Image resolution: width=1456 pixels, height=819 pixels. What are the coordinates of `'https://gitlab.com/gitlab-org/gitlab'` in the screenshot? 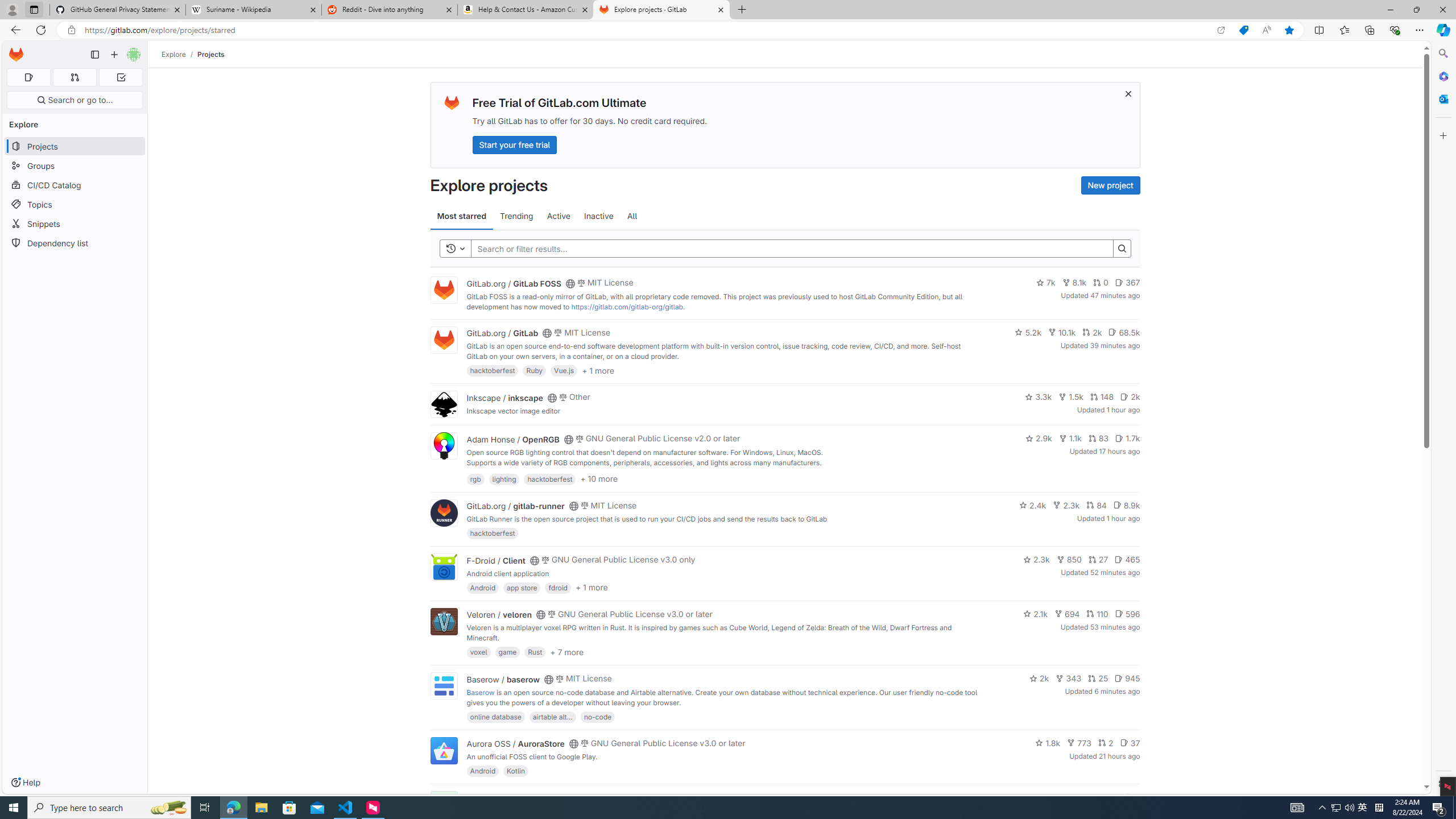 It's located at (626, 307).